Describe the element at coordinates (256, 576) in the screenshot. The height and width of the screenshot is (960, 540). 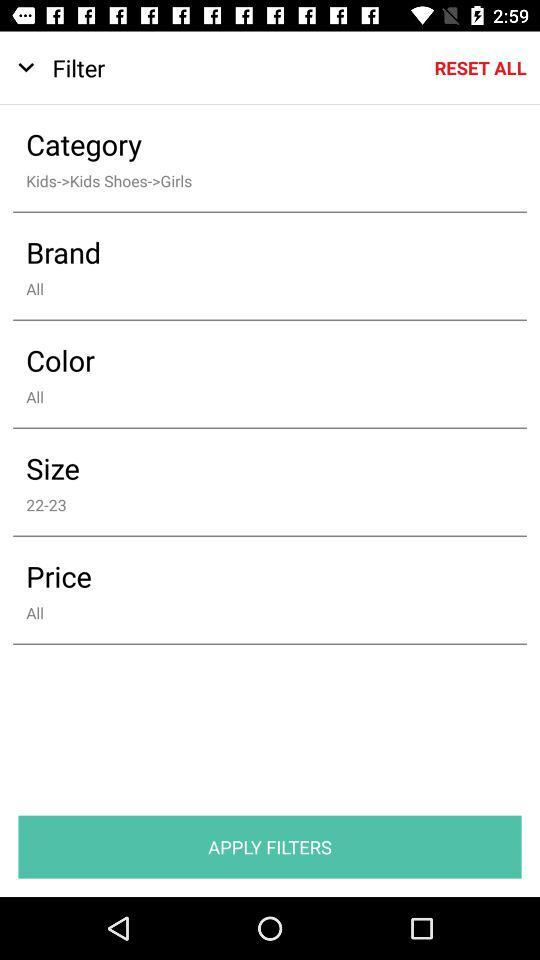
I see `icon below 22-23` at that location.